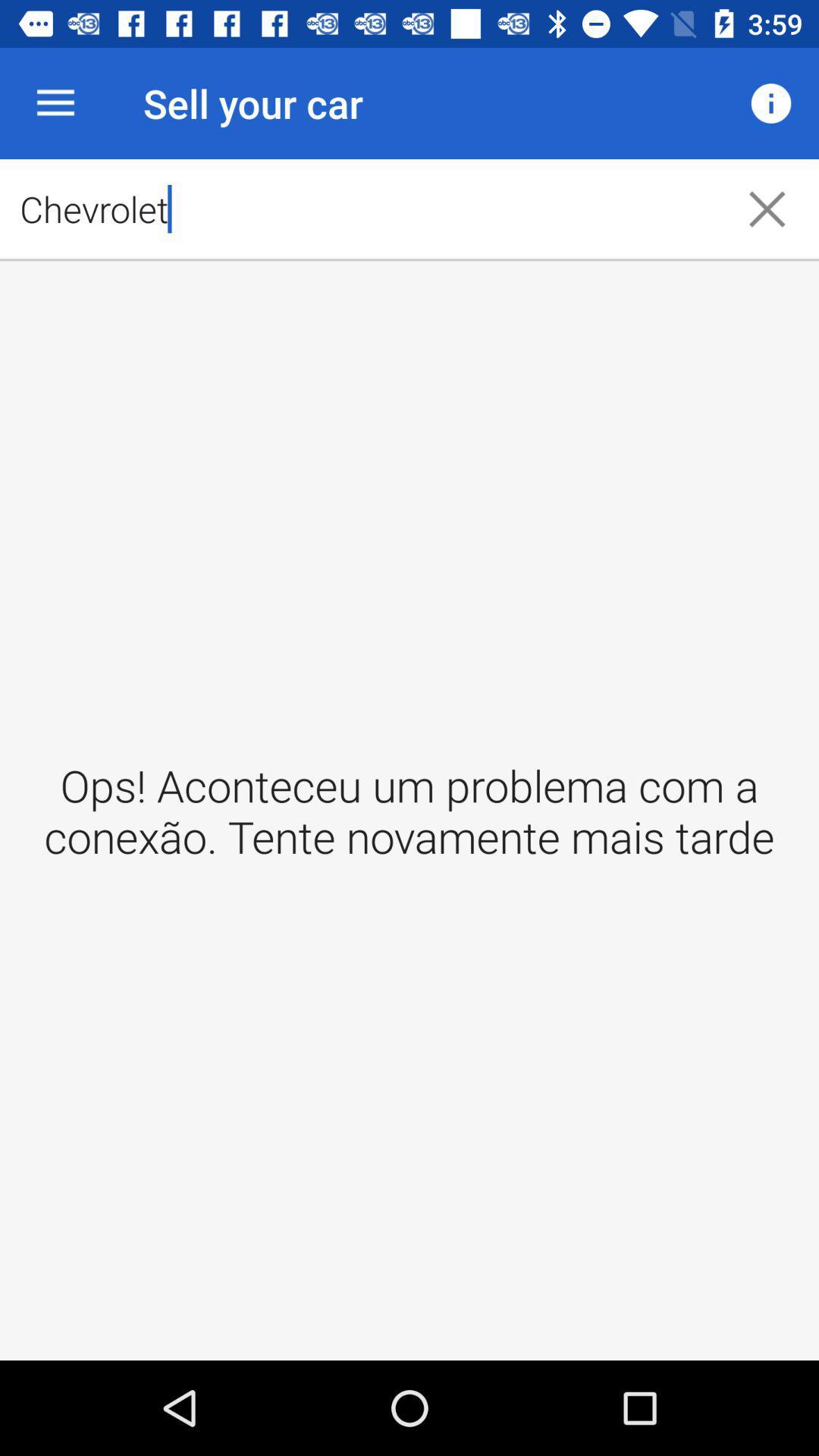 The height and width of the screenshot is (1456, 819). What do you see at coordinates (767, 208) in the screenshot?
I see `the icon to the right of the chevrolet item` at bounding box center [767, 208].